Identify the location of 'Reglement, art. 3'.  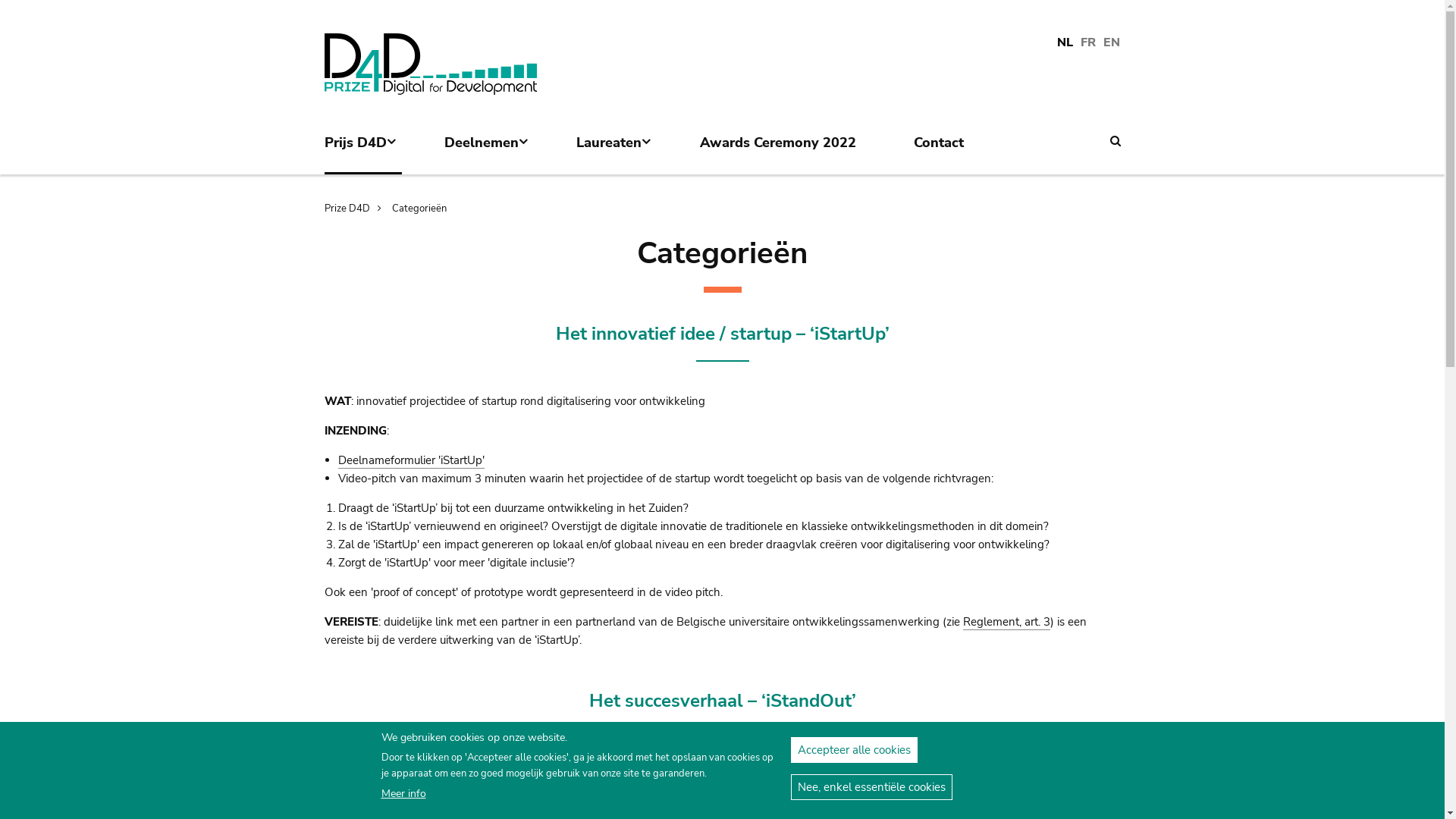
(1006, 622).